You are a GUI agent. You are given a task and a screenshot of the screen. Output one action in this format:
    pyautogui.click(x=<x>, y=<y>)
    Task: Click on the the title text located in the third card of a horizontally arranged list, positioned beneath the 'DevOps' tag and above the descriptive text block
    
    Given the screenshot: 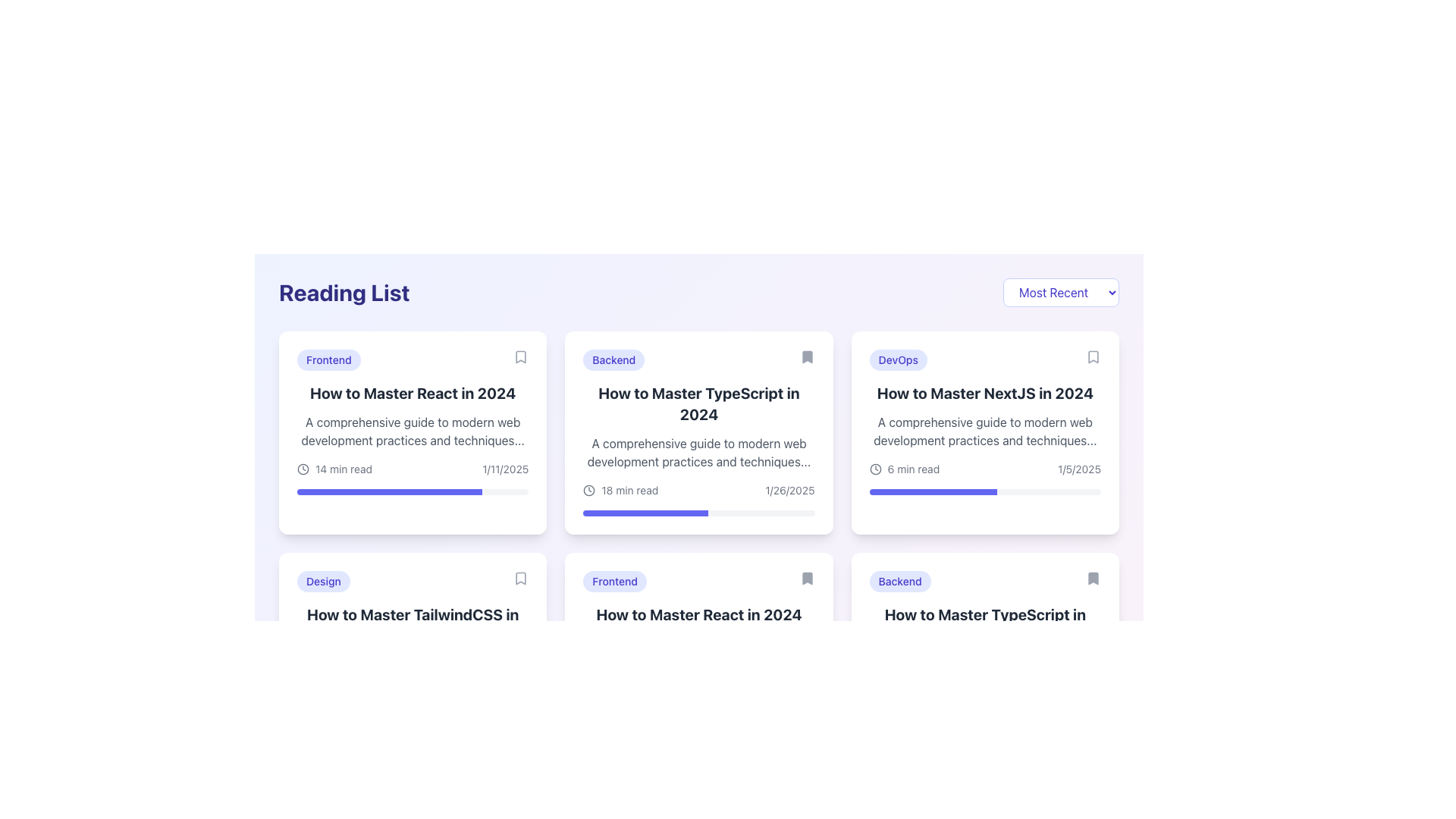 What is the action you would take?
    pyautogui.click(x=985, y=393)
    